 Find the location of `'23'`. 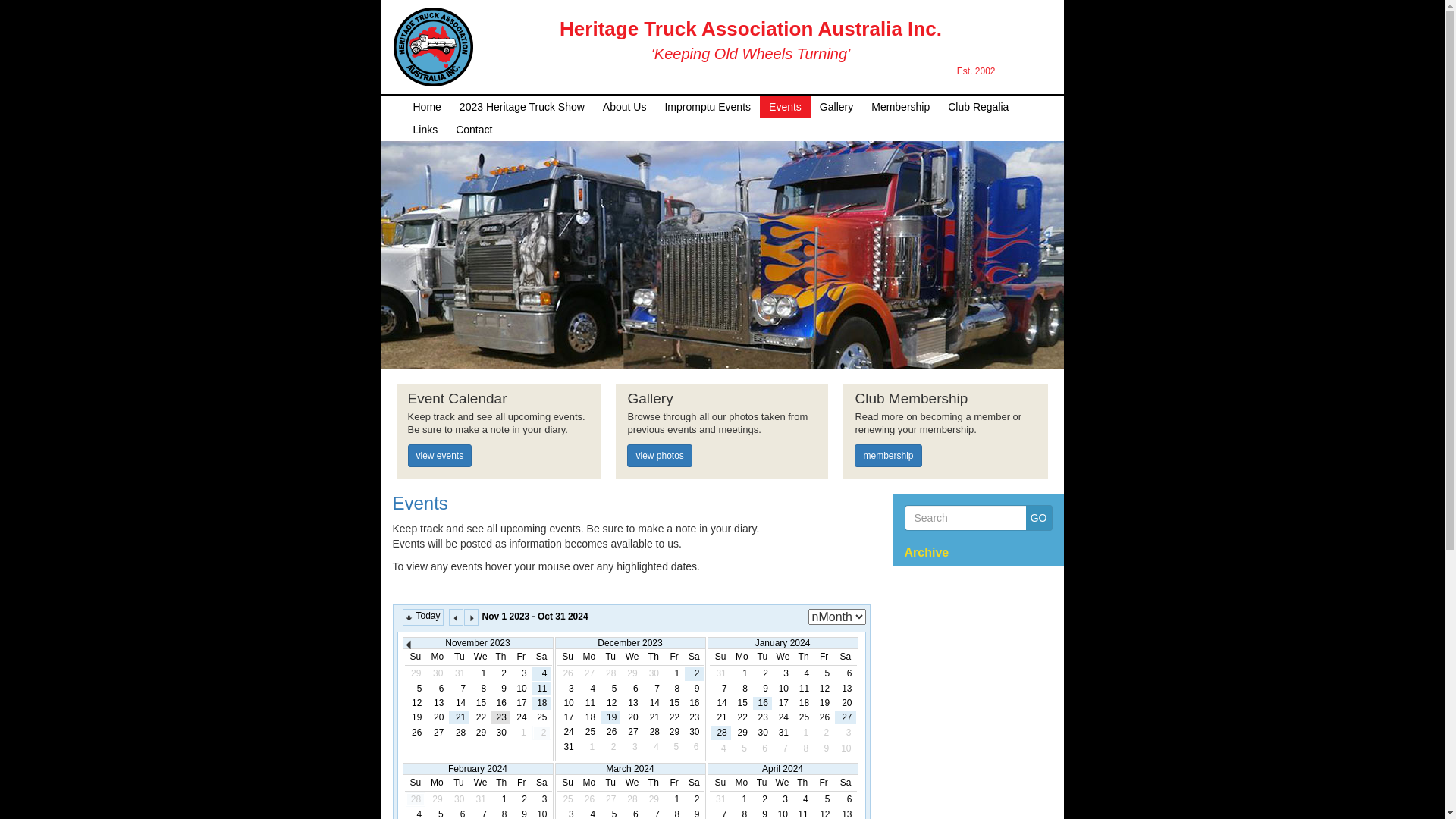

'23' is located at coordinates (500, 717).